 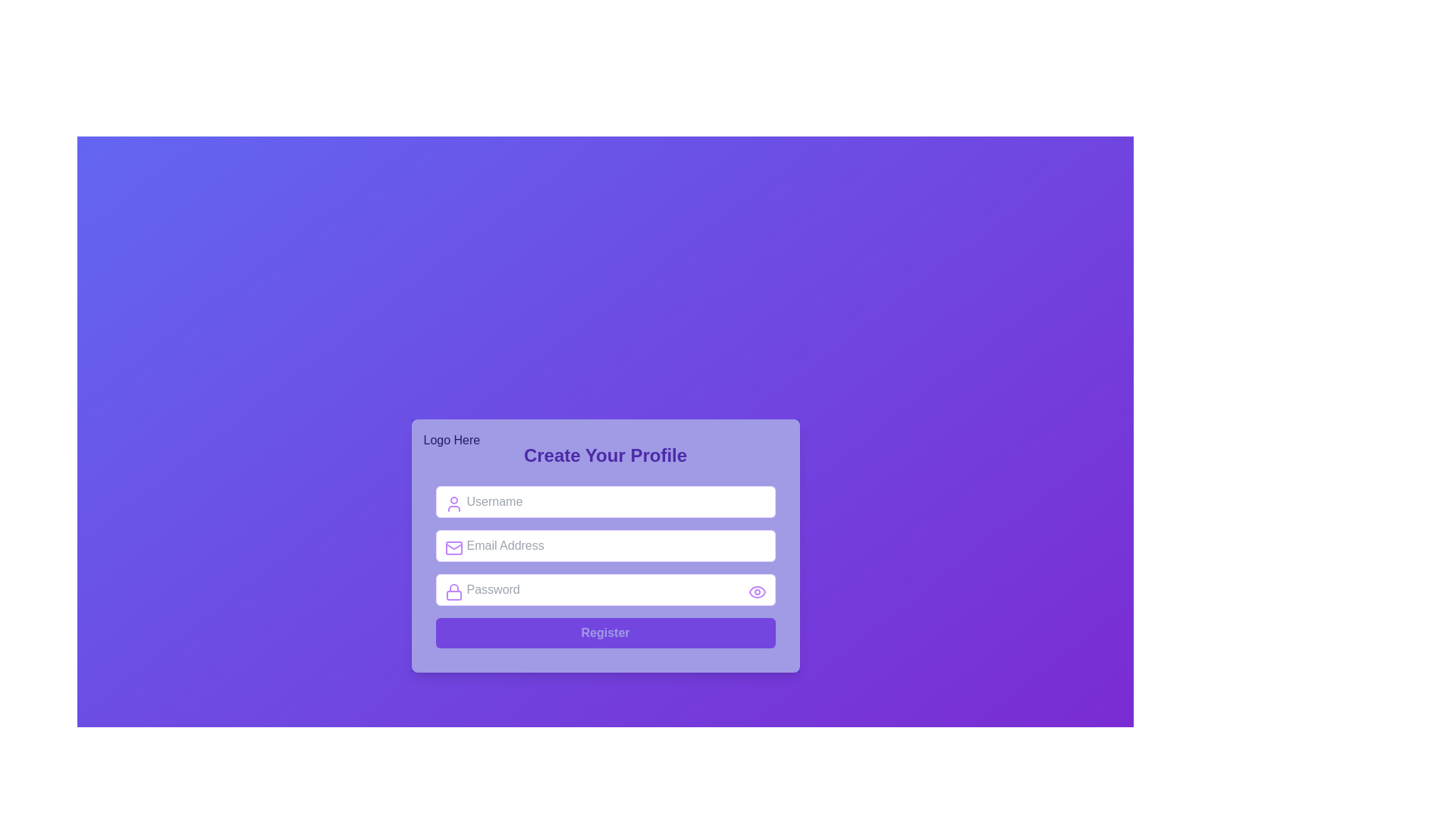 I want to click on the rectangular part of the envelope icon, which is situated on the left side of the 'Email Address' text input field in the 'Create Your Profile' form, so click(x=453, y=548).